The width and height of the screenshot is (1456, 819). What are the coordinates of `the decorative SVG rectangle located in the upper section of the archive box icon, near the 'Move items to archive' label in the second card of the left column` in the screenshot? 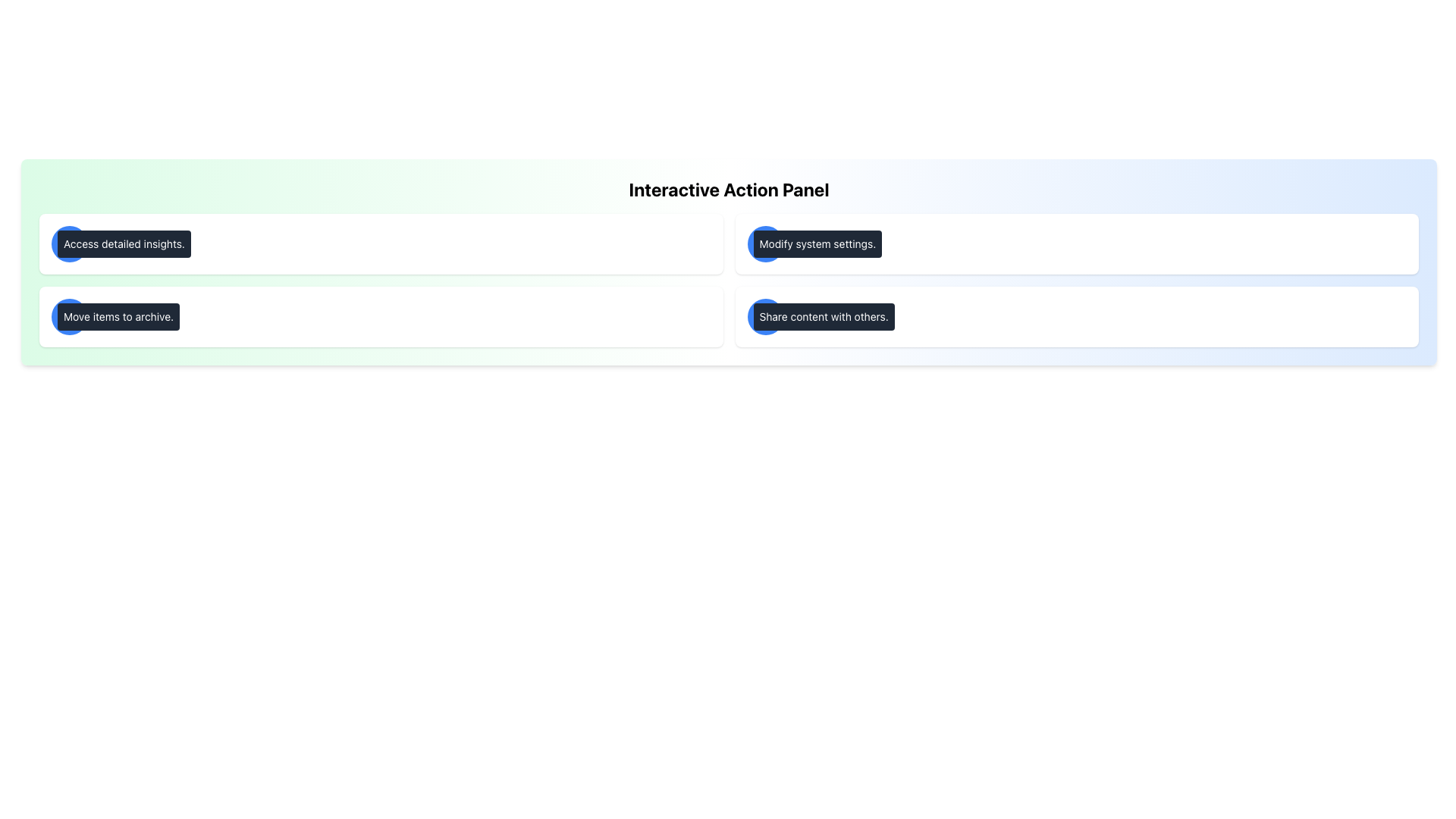 It's located at (68, 311).